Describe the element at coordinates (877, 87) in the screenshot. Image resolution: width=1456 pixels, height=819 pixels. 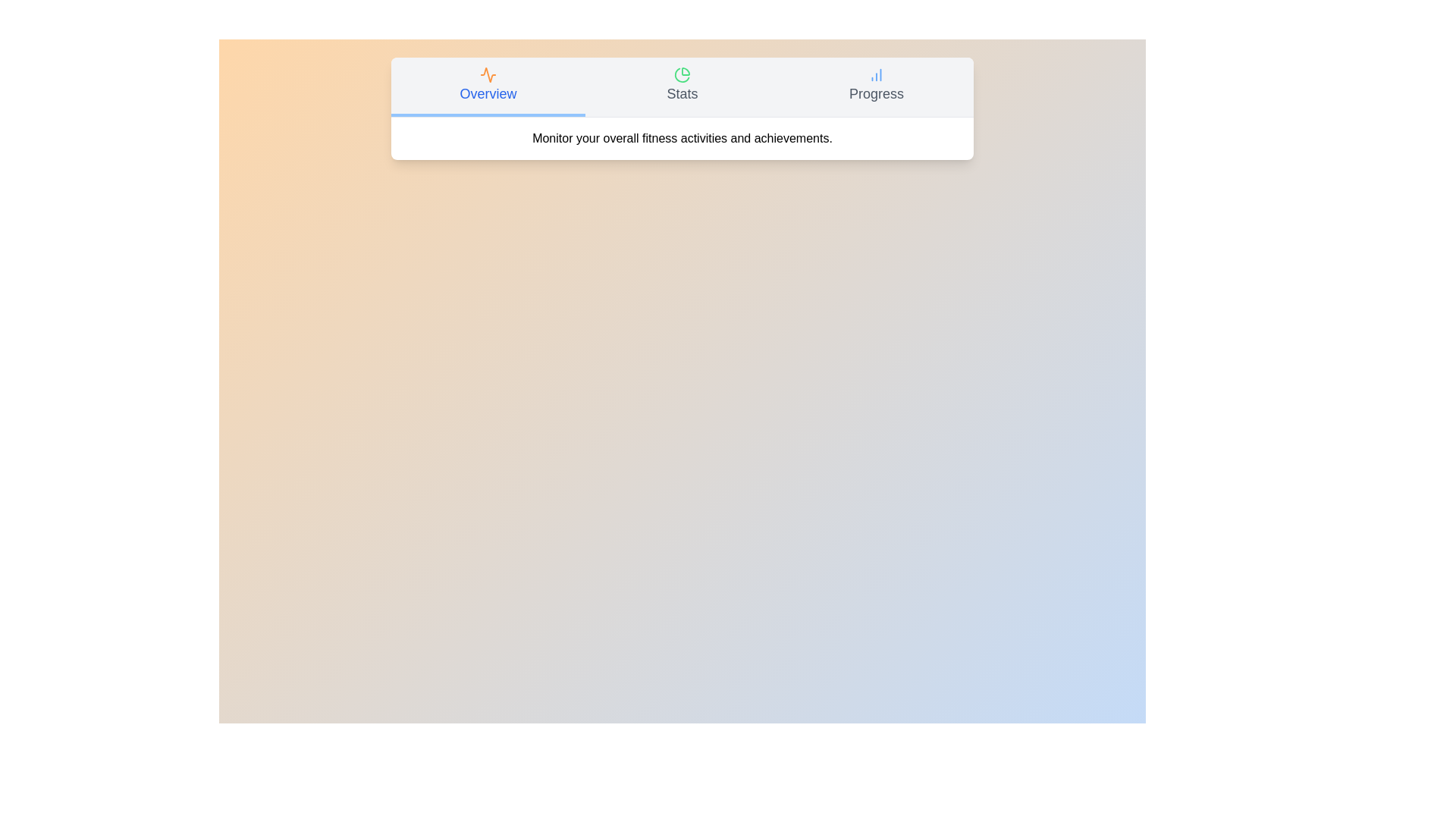
I see `the Progress tab to view its content` at that location.